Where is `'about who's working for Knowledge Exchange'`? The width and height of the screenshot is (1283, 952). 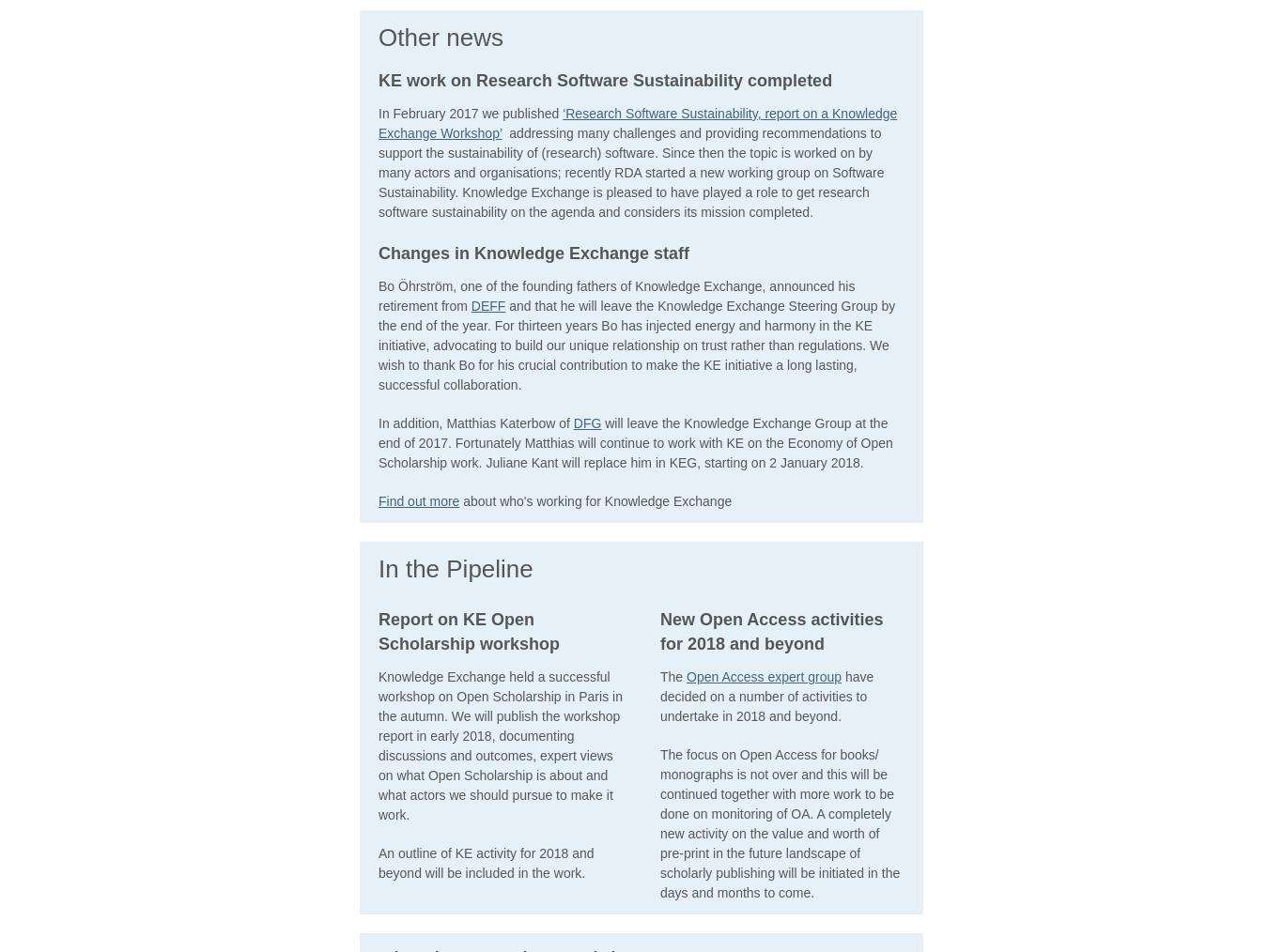
'about who's working for Knowledge Exchange' is located at coordinates (598, 499).